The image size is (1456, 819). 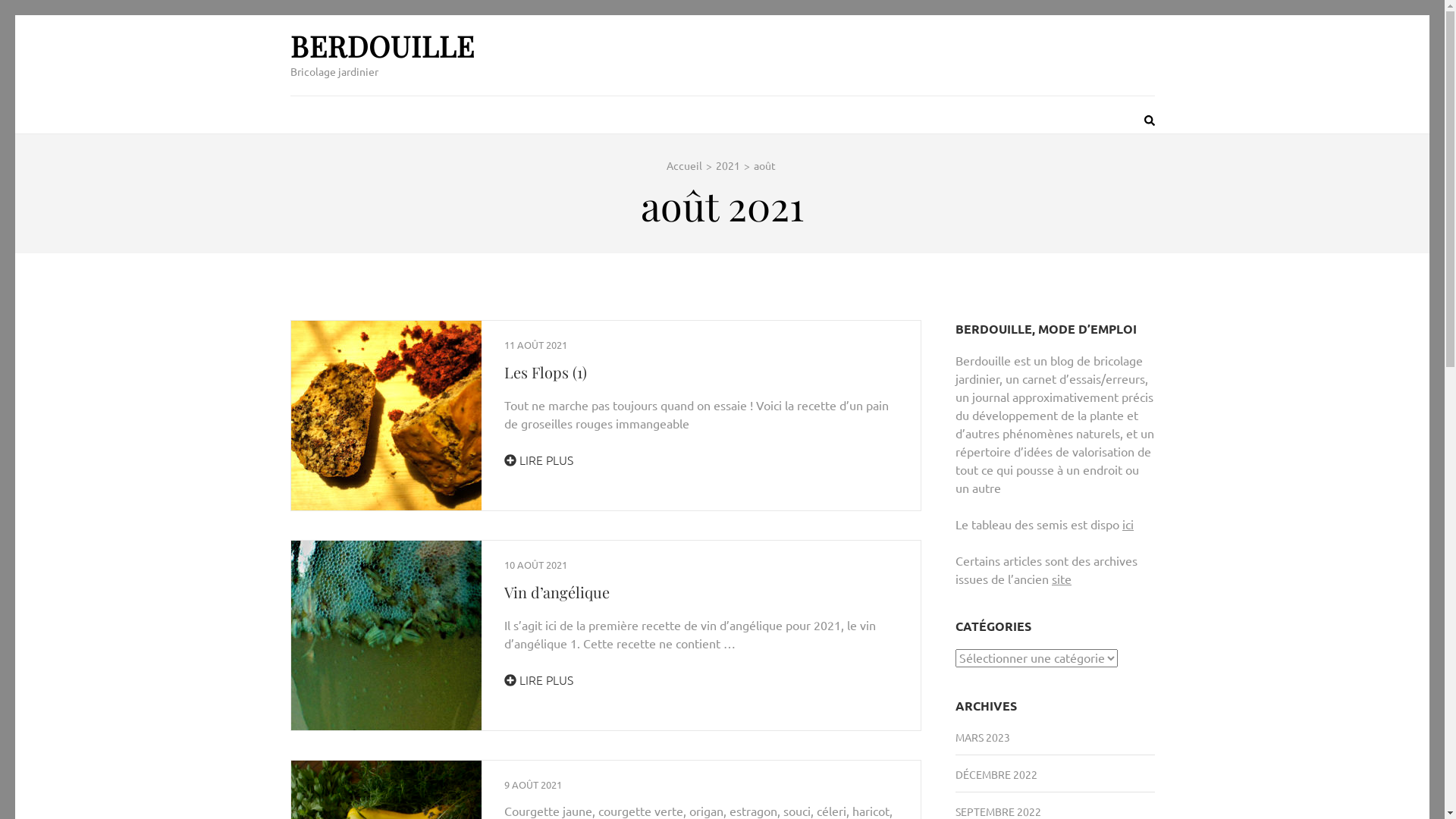 What do you see at coordinates (666, 165) in the screenshot?
I see `'Accueil'` at bounding box center [666, 165].